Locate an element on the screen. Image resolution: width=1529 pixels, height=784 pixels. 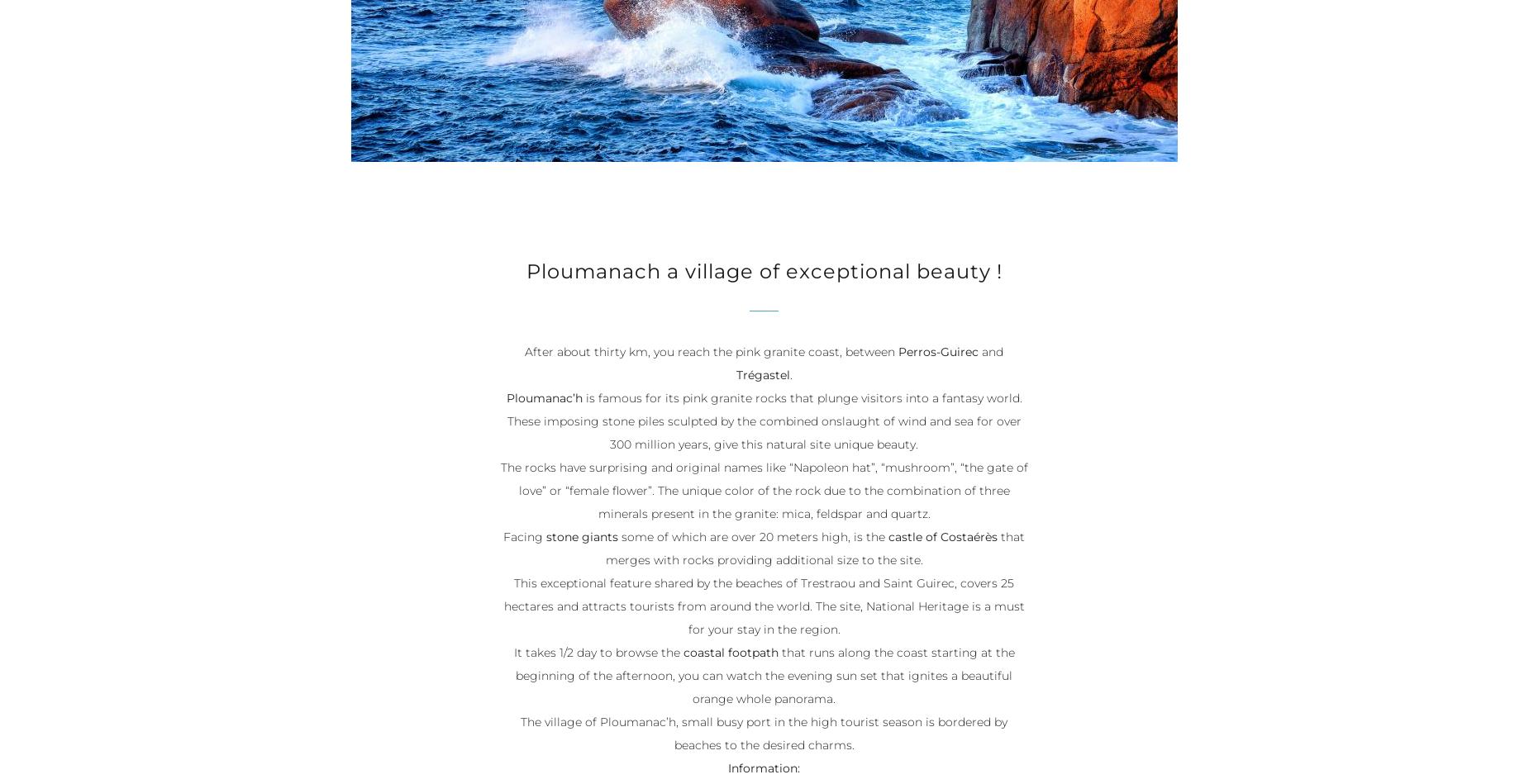
'castle of Costaérès' is located at coordinates (942, 538).